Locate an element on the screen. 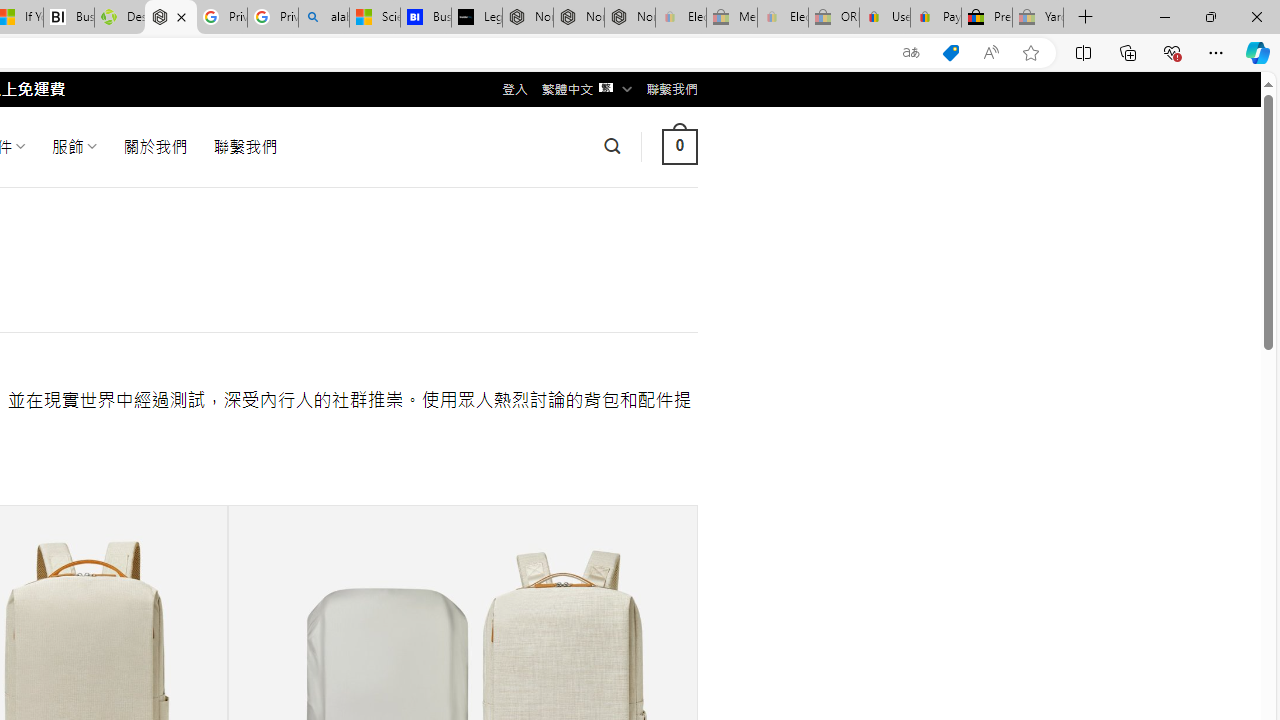 The height and width of the screenshot is (720, 1280). 'Show translate options' is located at coordinates (909, 52).